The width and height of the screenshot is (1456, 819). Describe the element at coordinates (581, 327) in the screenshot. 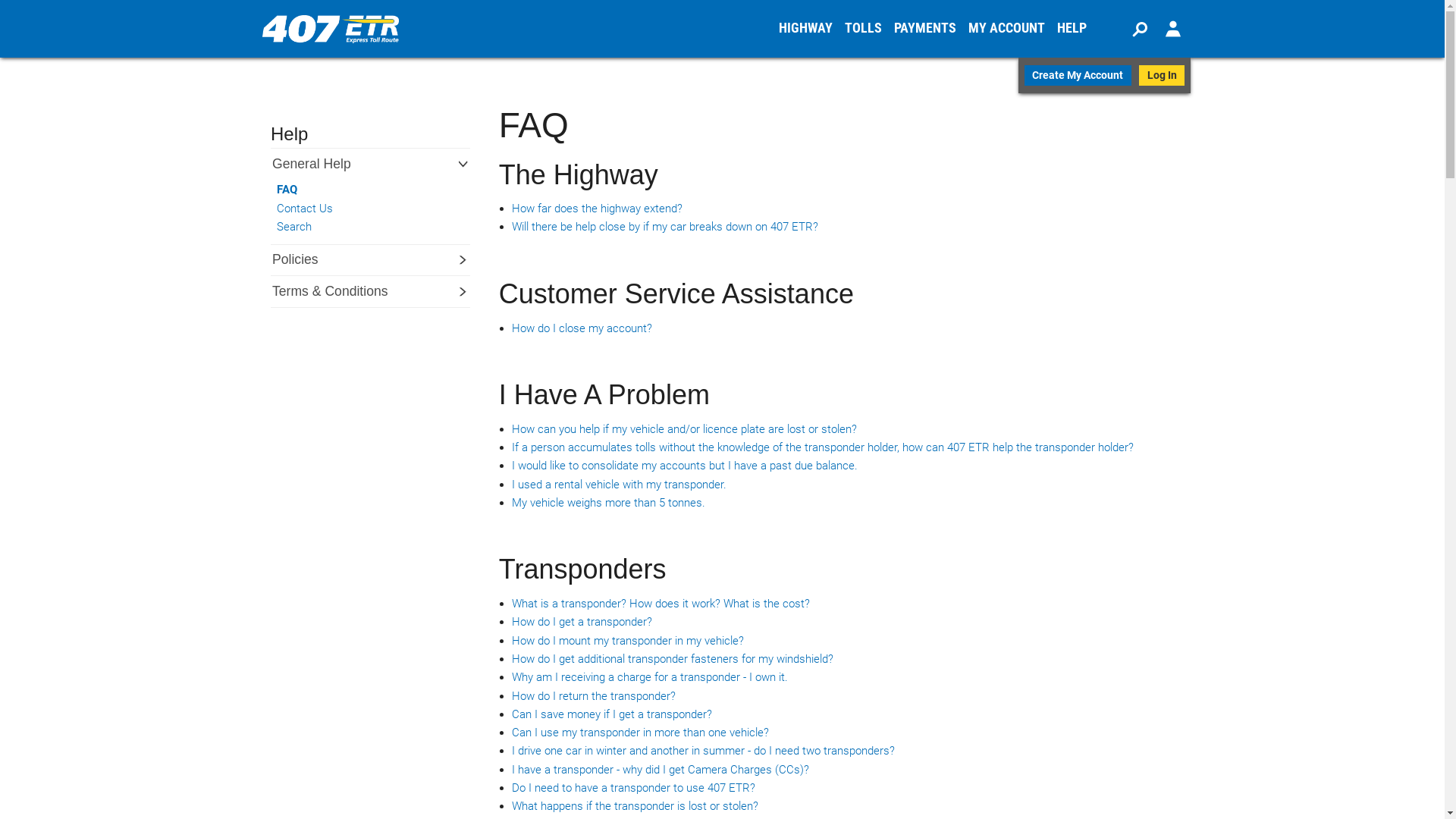

I see `'How do I close my account?'` at that location.